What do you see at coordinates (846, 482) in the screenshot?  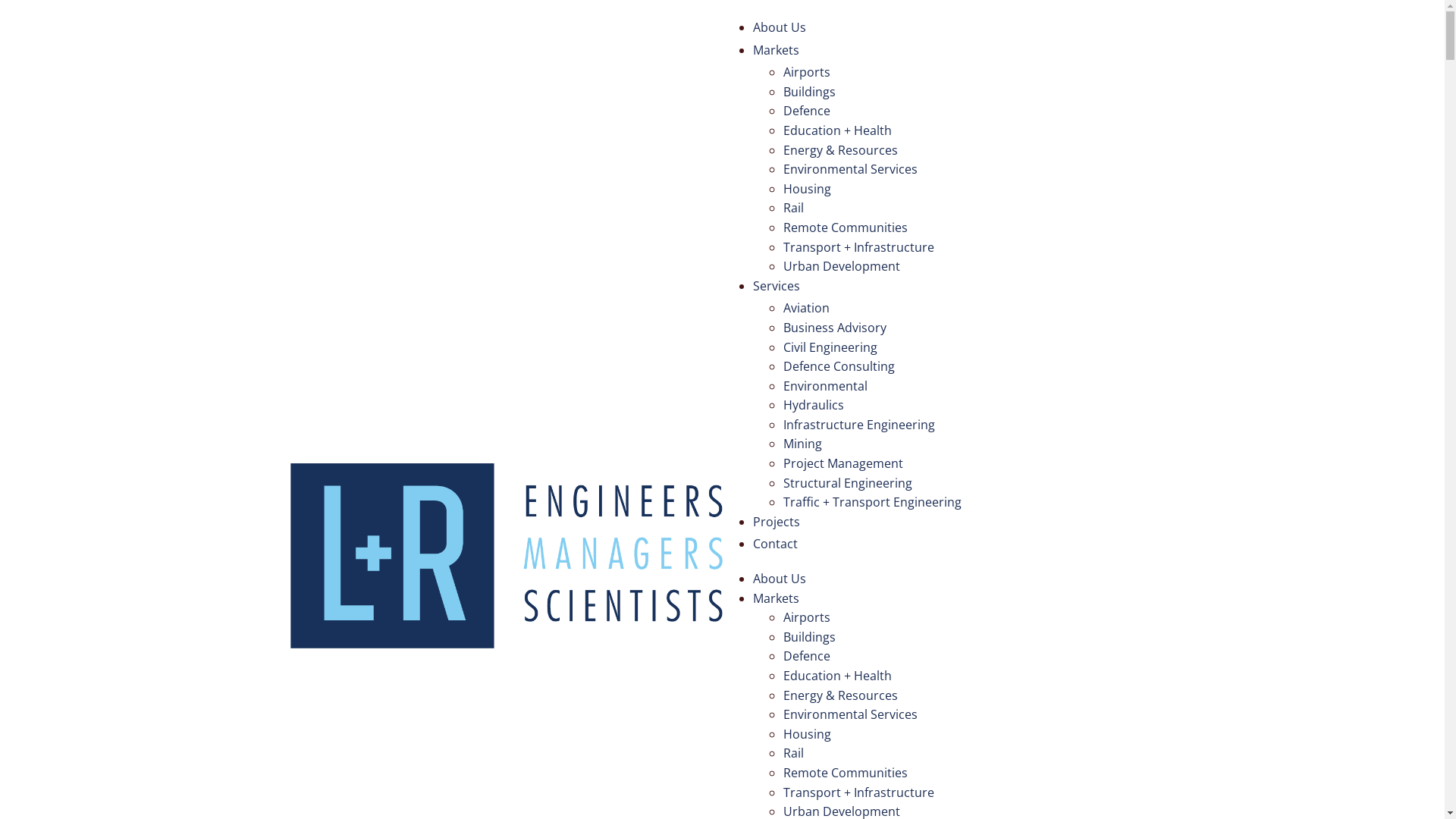 I see `'Structural Engineering'` at bounding box center [846, 482].